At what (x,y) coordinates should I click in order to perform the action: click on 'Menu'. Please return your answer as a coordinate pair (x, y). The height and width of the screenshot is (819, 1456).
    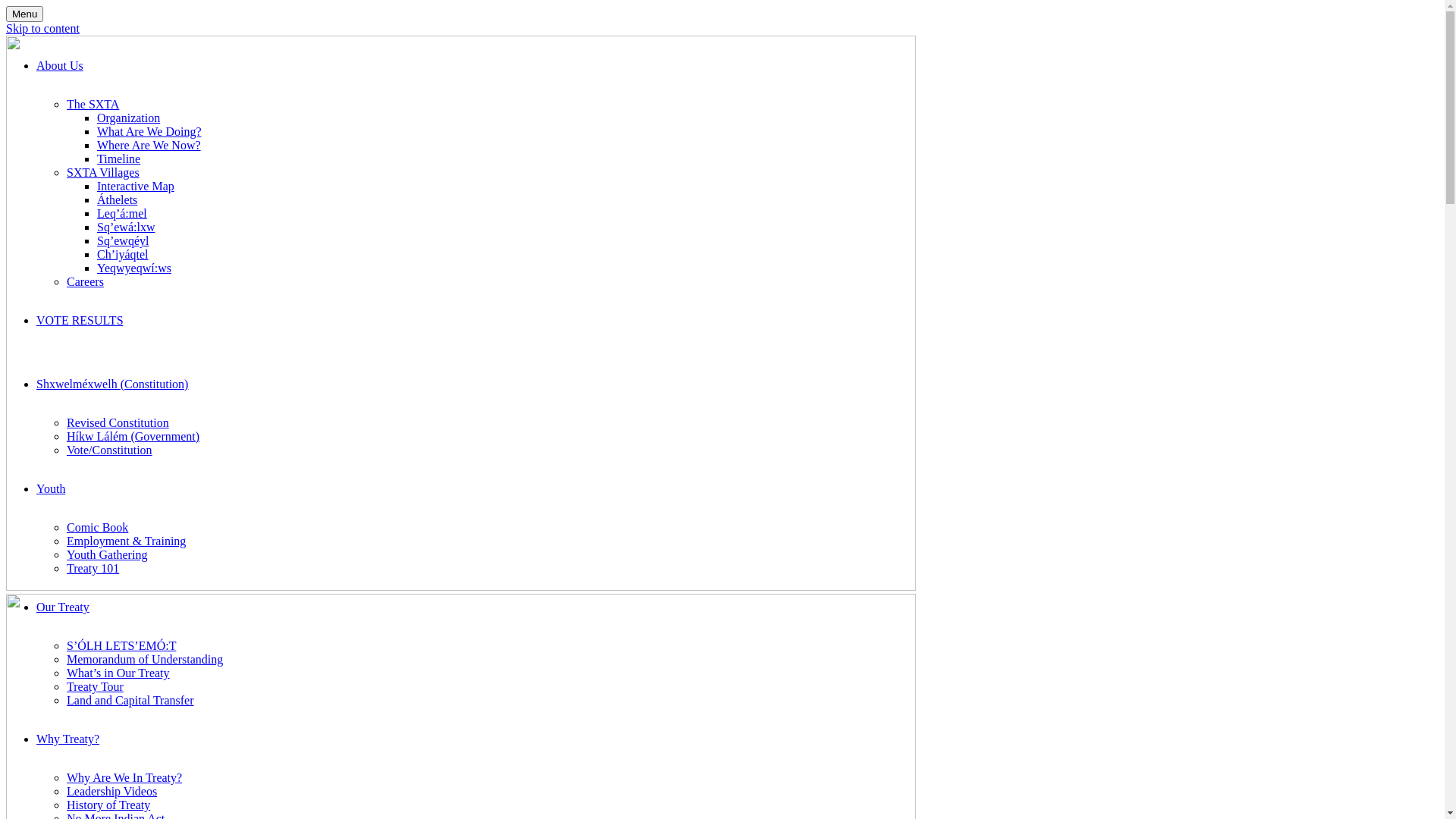
    Looking at the image, I should click on (24, 14).